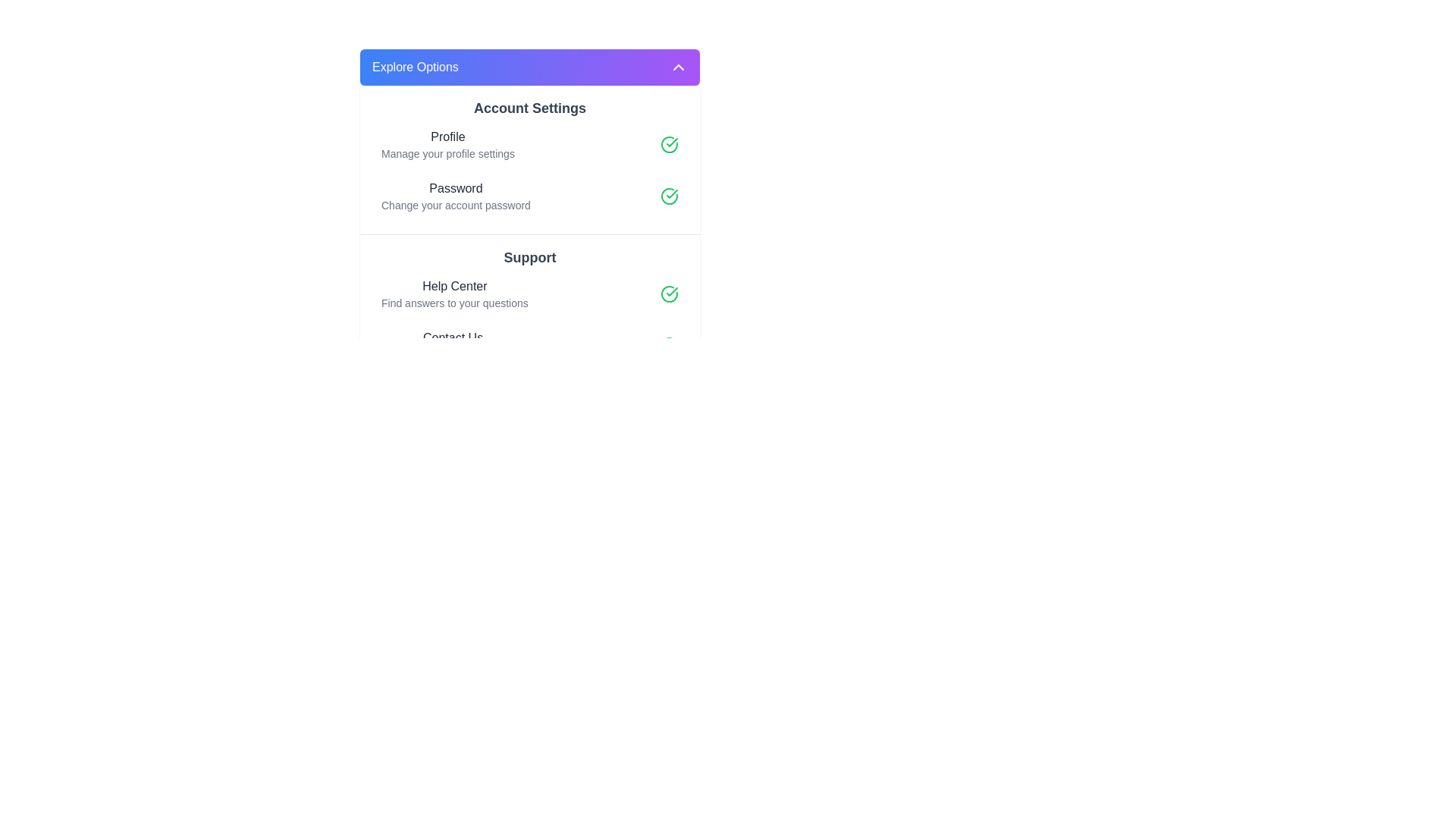 This screenshot has height=819, width=1456. What do you see at coordinates (447, 137) in the screenshot?
I see `the 'Profile' text label in the 'Account Settings' section, which is styled with a medium-weight font and dark gray color` at bounding box center [447, 137].